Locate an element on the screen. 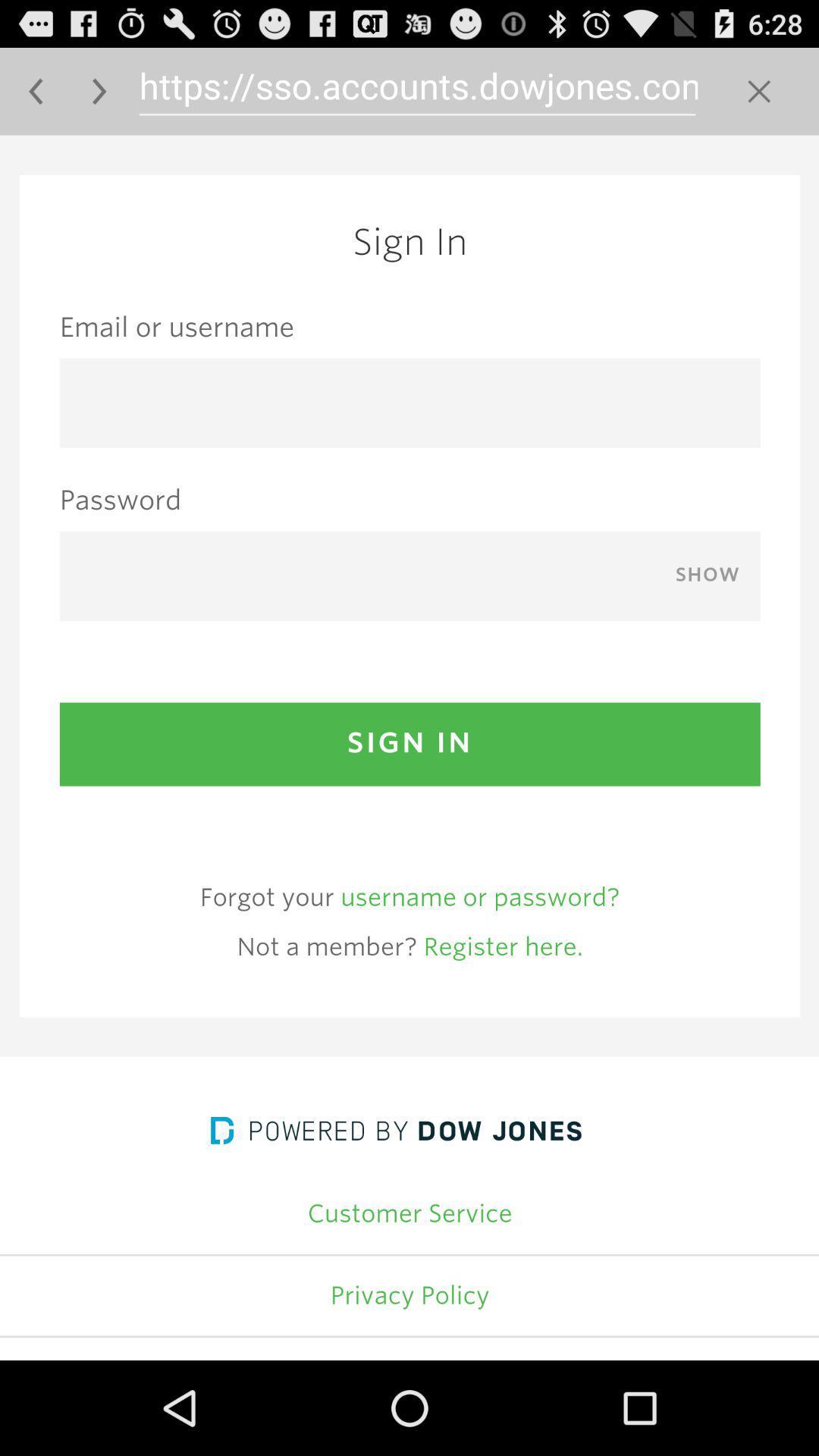 This screenshot has width=819, height=1456. the close icon is located at coordinates (759, 97).